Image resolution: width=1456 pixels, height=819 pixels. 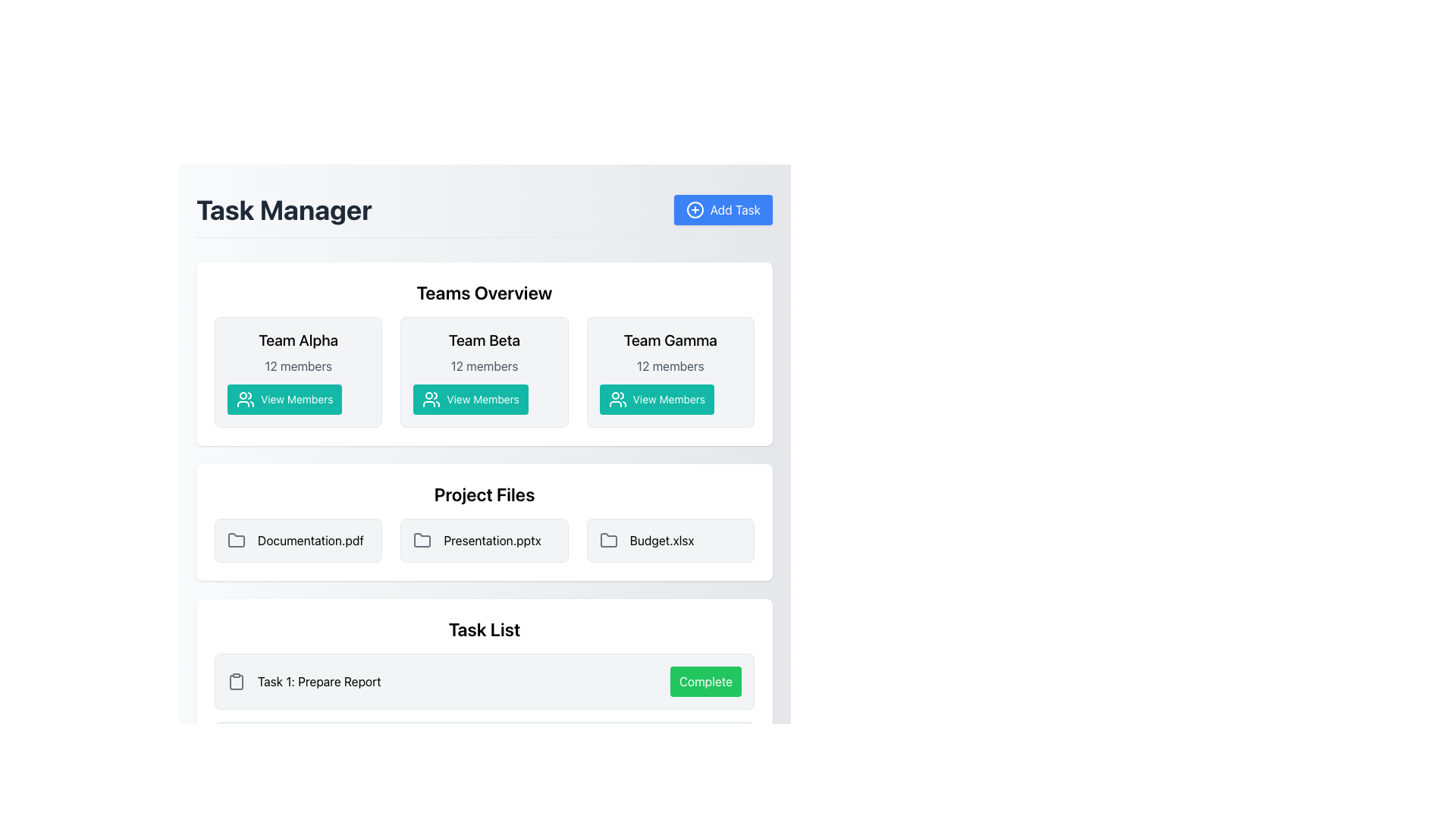 What do you see at coordinates (303, 680) in the screenshot?
I see `the text label displaying the title of a task located in the 'Task List' section, adjacent to the clipboard icon` at bounding box center [303, 680].